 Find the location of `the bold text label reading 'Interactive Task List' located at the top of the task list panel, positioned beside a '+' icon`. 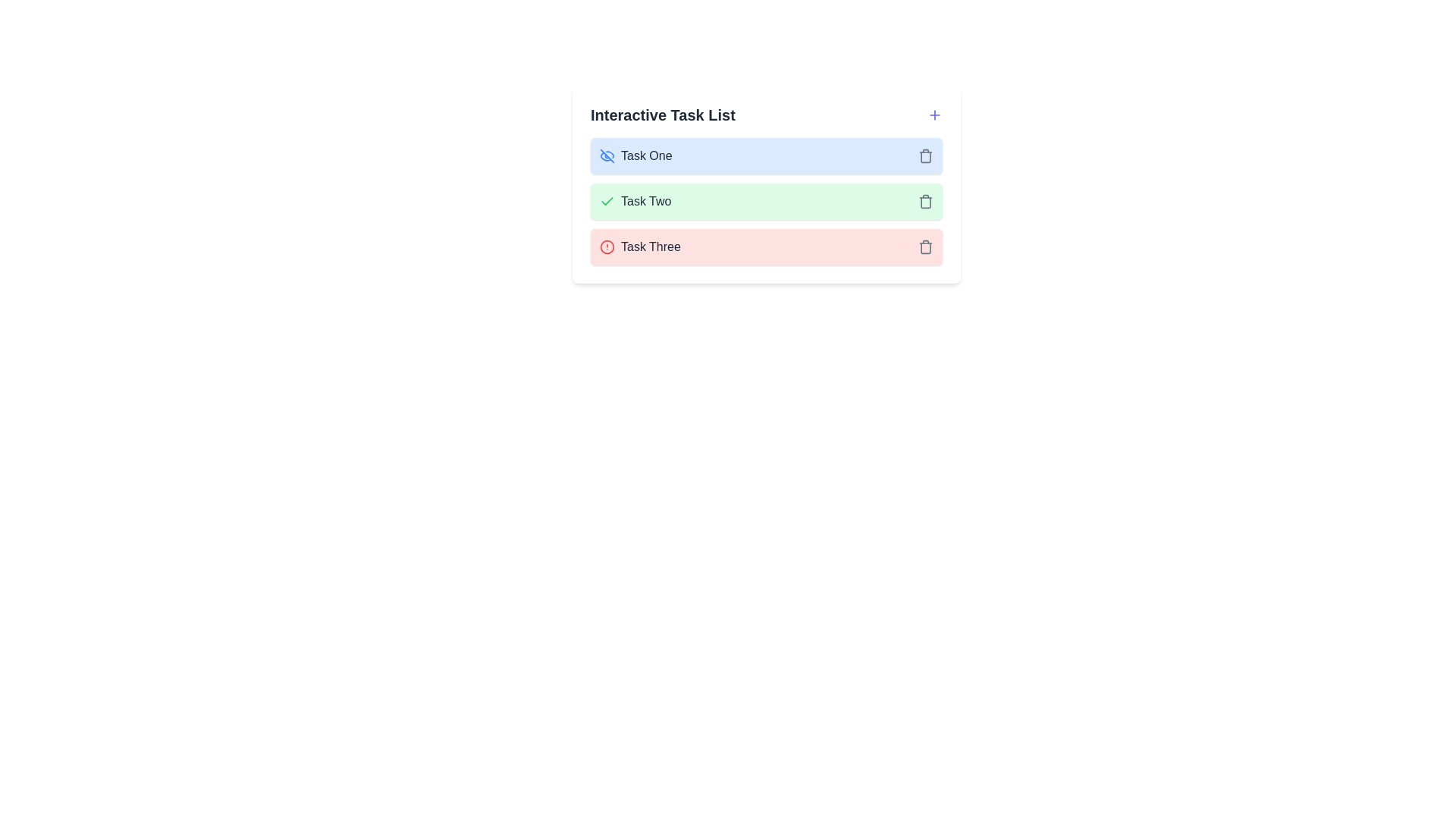

the bold text label reading 'Interactive Task List' located at the top of the task list panel, positioned beside a '+' icon is located at coordinates (663, 114).